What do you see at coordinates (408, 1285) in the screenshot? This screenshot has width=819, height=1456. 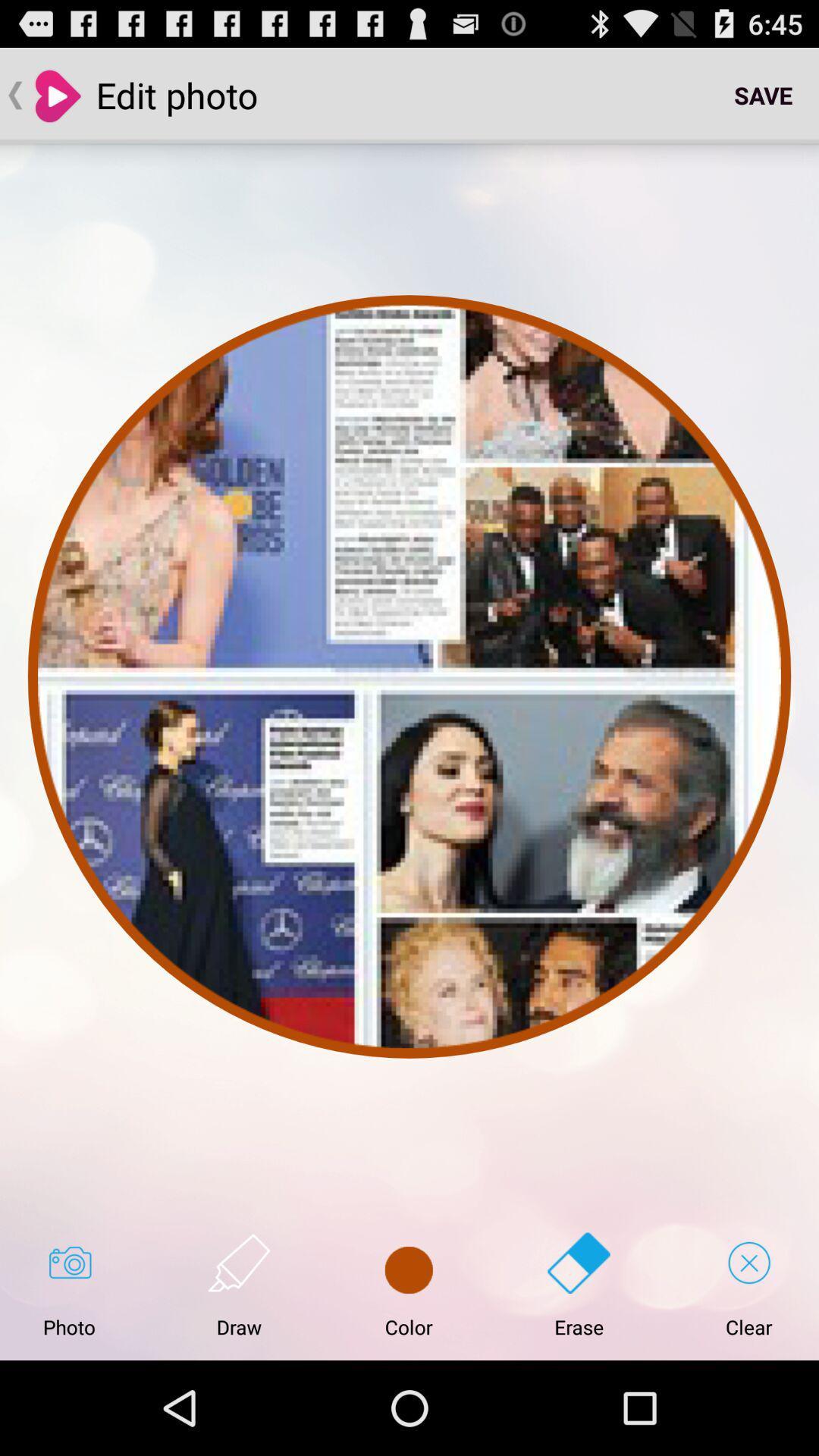 I see `the icon to the right of draw button` at bounding box center [408, 1285].